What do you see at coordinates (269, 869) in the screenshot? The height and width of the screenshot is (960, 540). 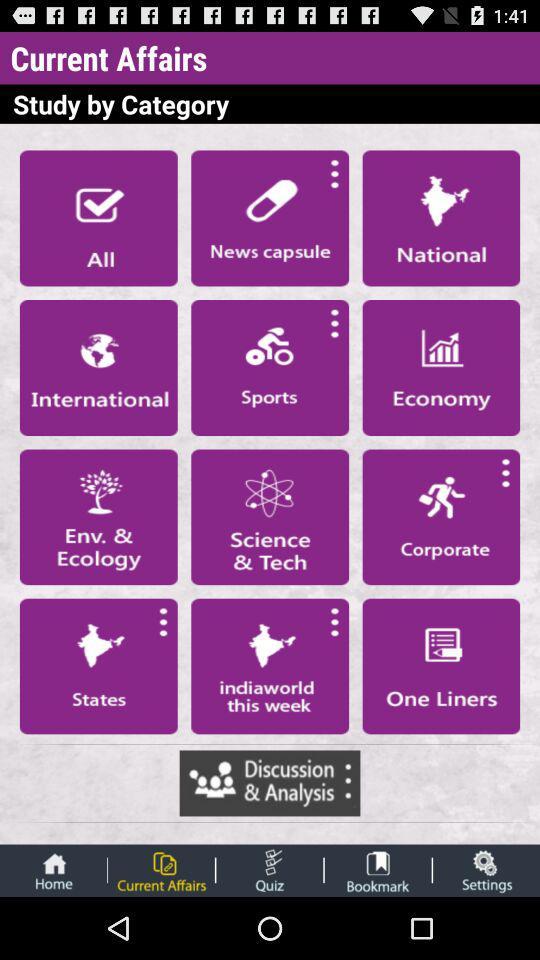 I see `etc` at bounding box center [269, 869].